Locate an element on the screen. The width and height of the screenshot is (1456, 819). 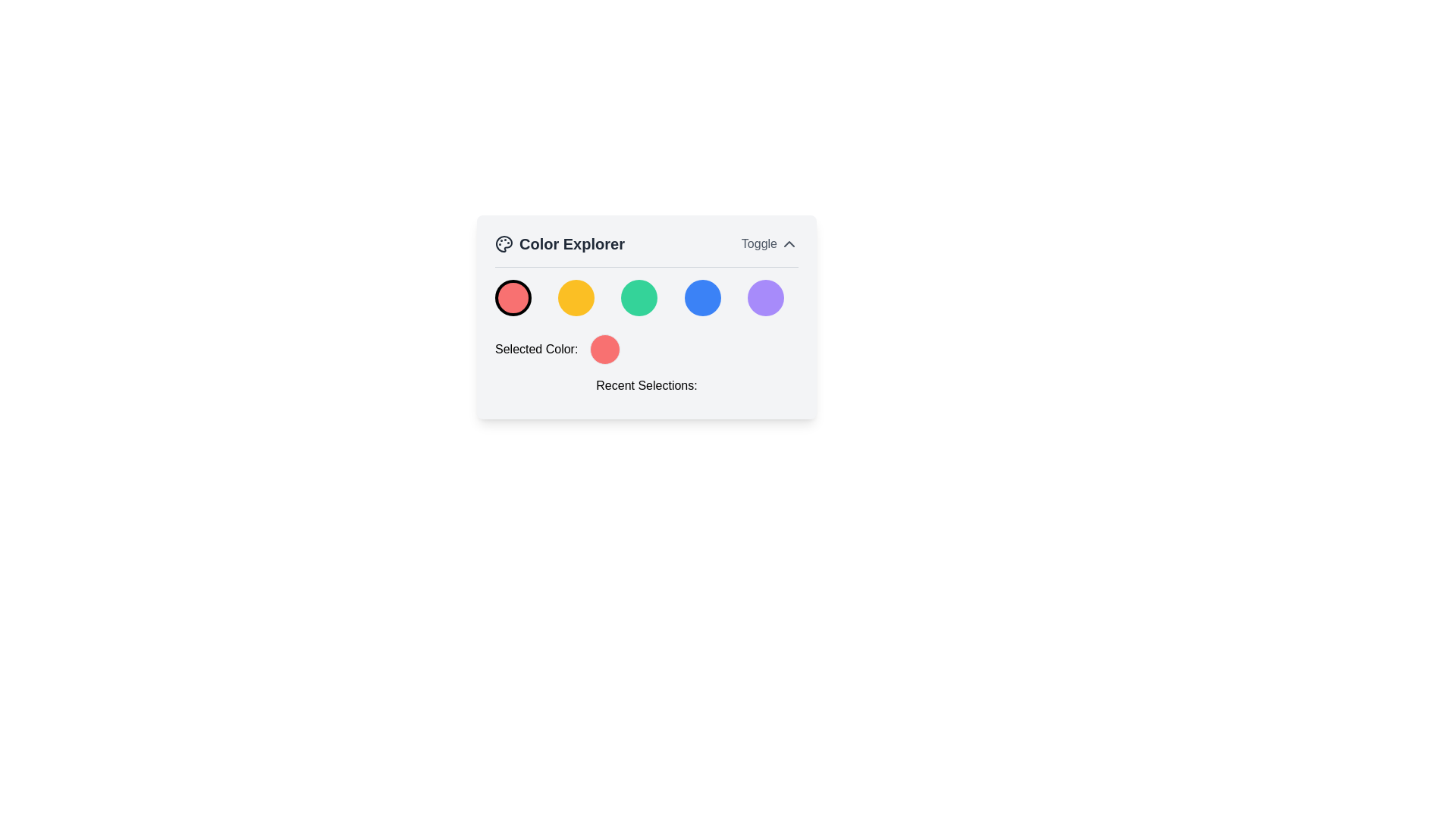
the toggle button for the 'Color Explorer' section to change the text color is located at coordinates (770, 243).